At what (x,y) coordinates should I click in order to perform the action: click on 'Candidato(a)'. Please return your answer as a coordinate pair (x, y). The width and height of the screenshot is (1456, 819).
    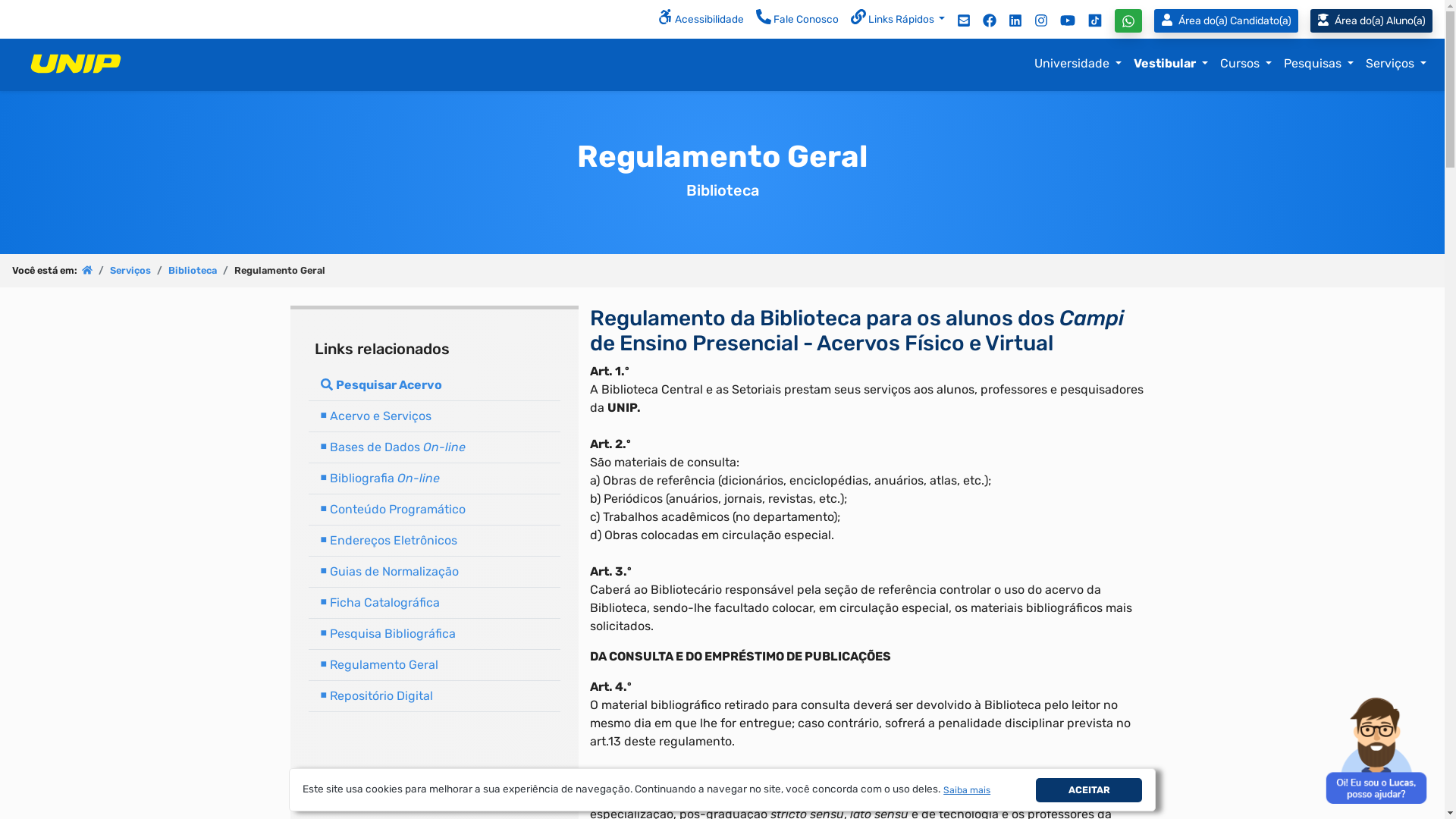
    Looking at the image, I should click on (1229, 20).